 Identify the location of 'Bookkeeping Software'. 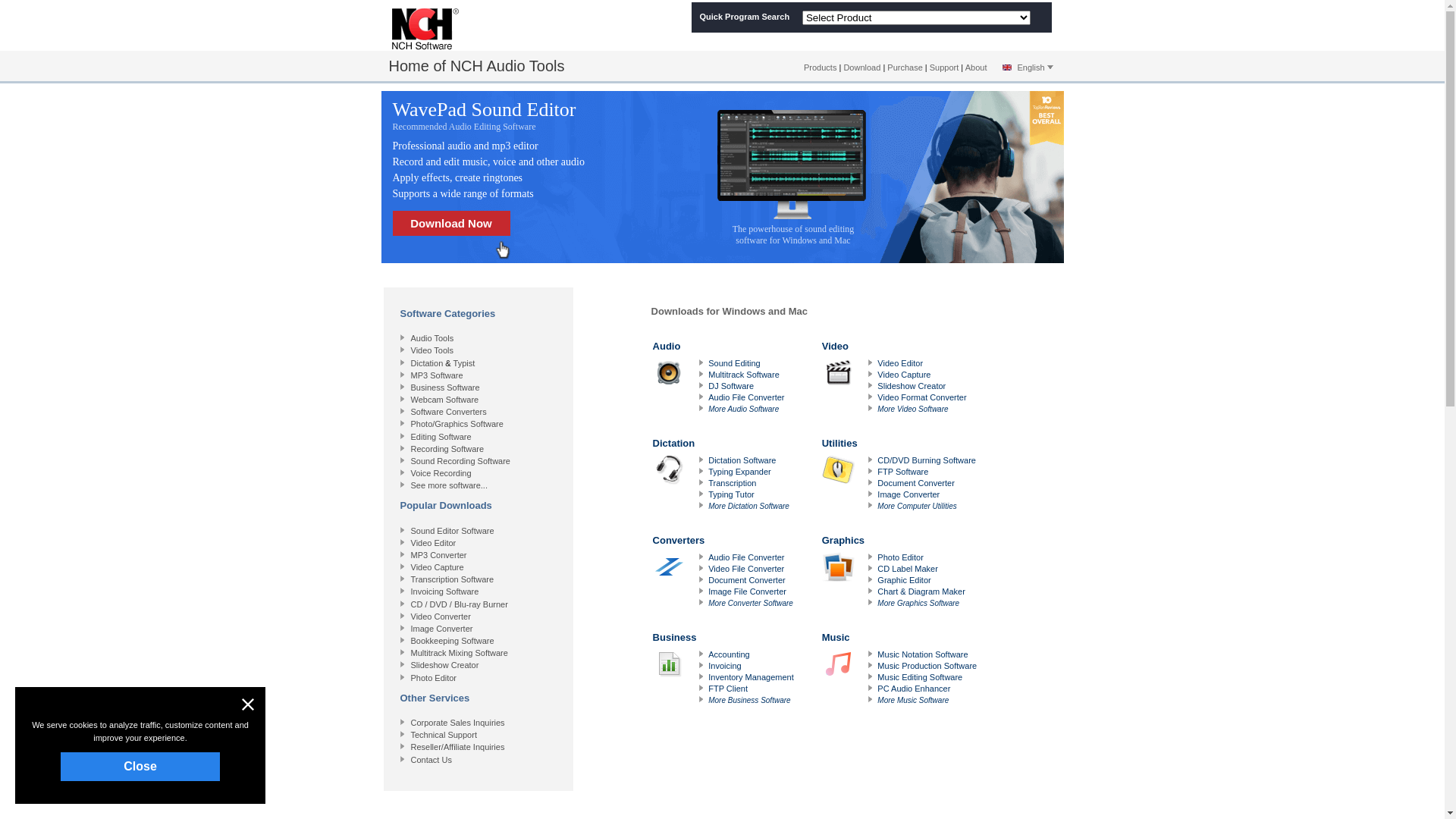
(451, 640).